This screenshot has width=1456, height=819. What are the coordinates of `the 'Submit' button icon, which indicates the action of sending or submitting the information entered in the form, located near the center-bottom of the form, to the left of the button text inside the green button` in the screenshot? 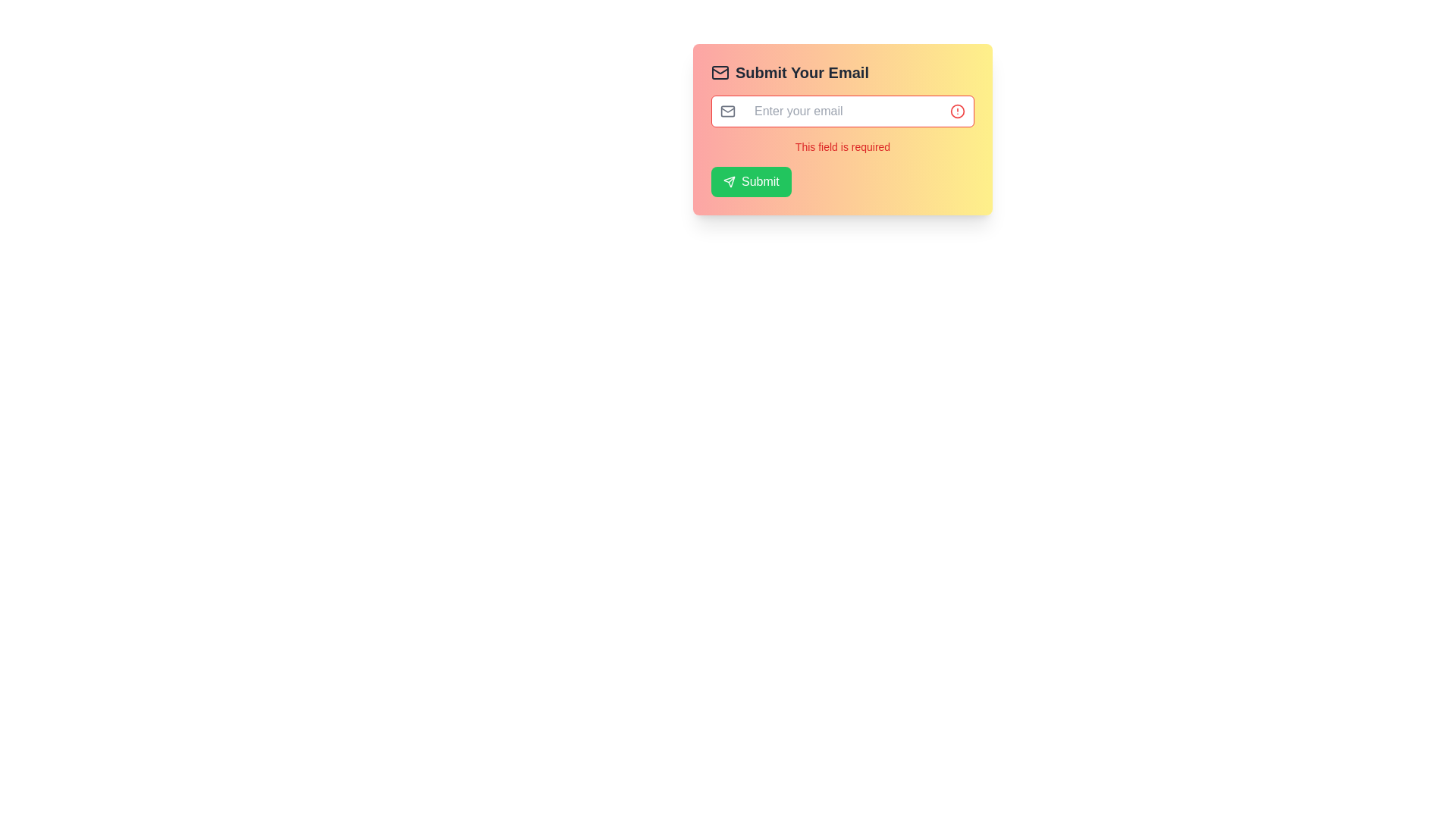 It's located at (729, 180).